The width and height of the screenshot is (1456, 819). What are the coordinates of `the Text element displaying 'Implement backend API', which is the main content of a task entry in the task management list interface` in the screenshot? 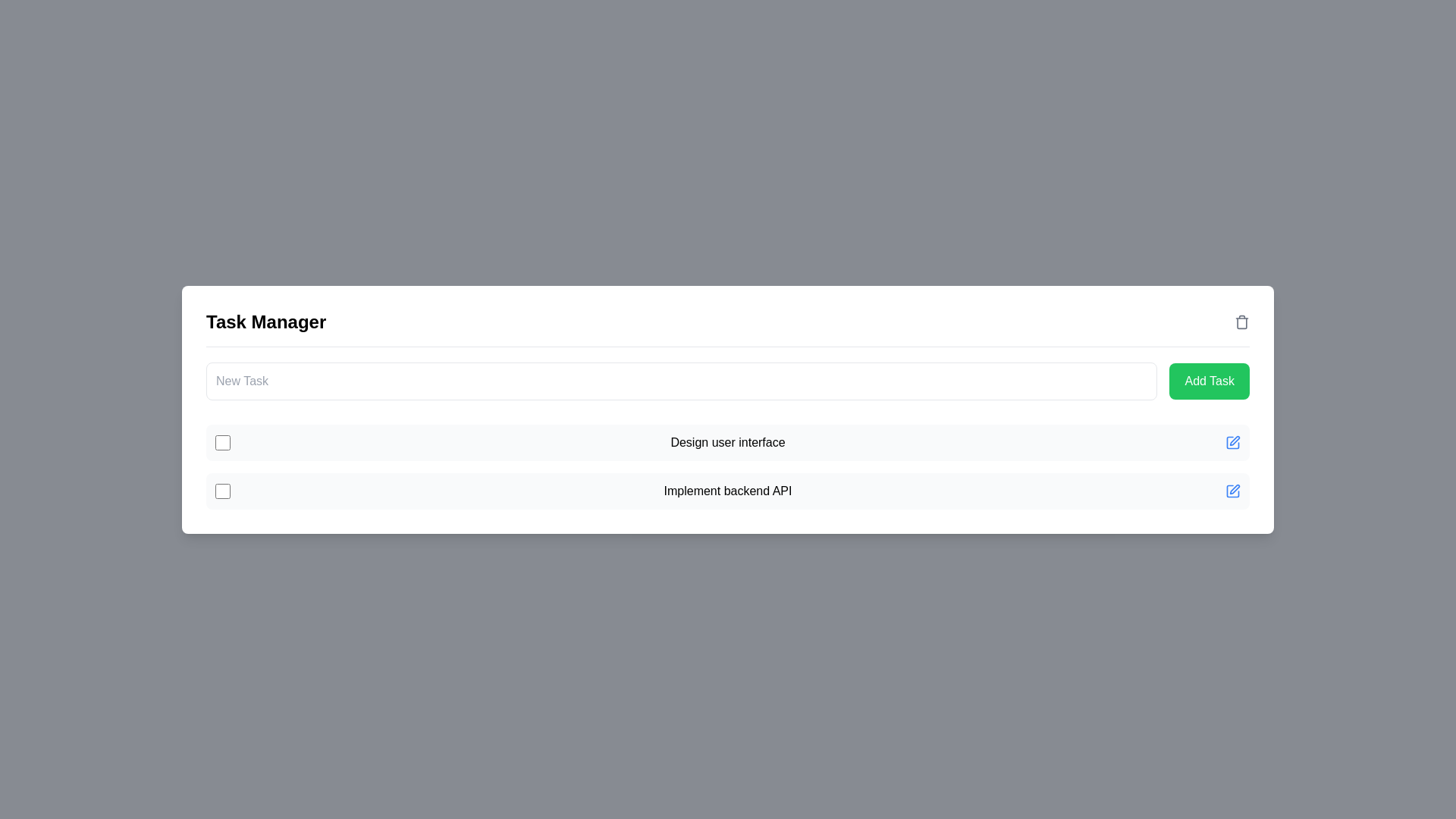 It's located at (728, 491).